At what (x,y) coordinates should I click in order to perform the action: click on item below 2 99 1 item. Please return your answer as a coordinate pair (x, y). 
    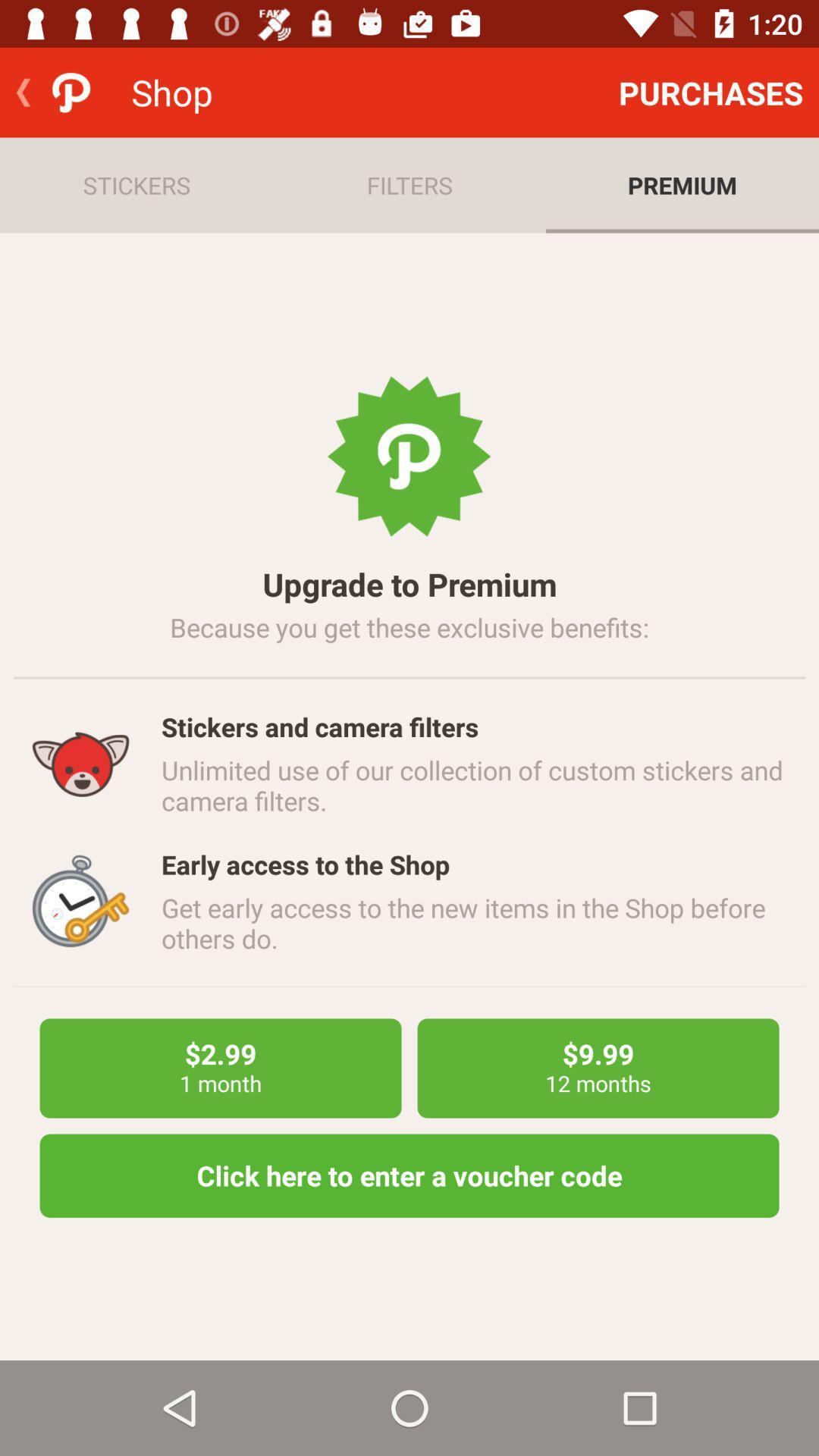
    Looking at the image, I should click on (409, 1175).